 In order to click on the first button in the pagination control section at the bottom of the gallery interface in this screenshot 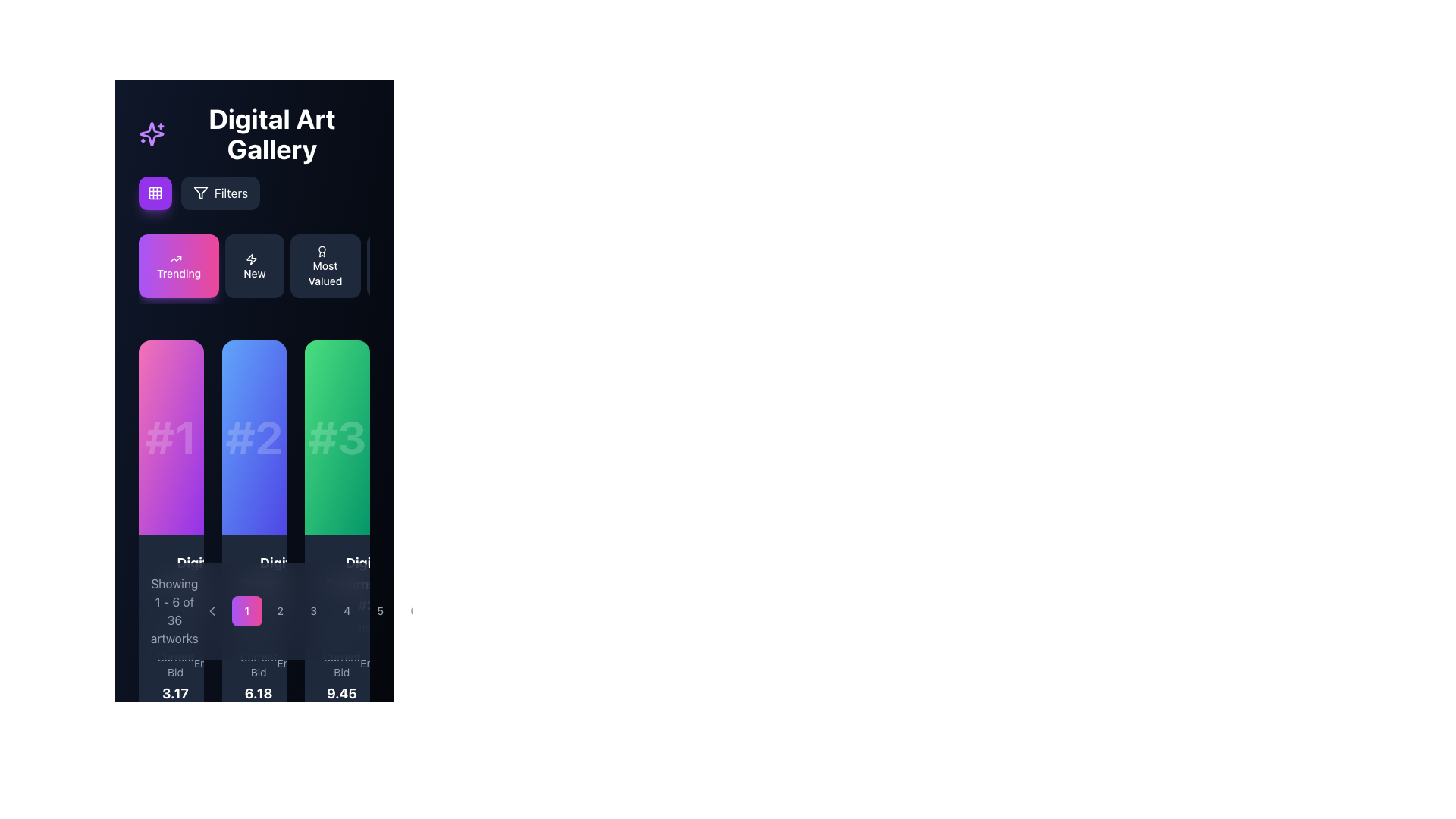, I will do `click(254, 610)`.